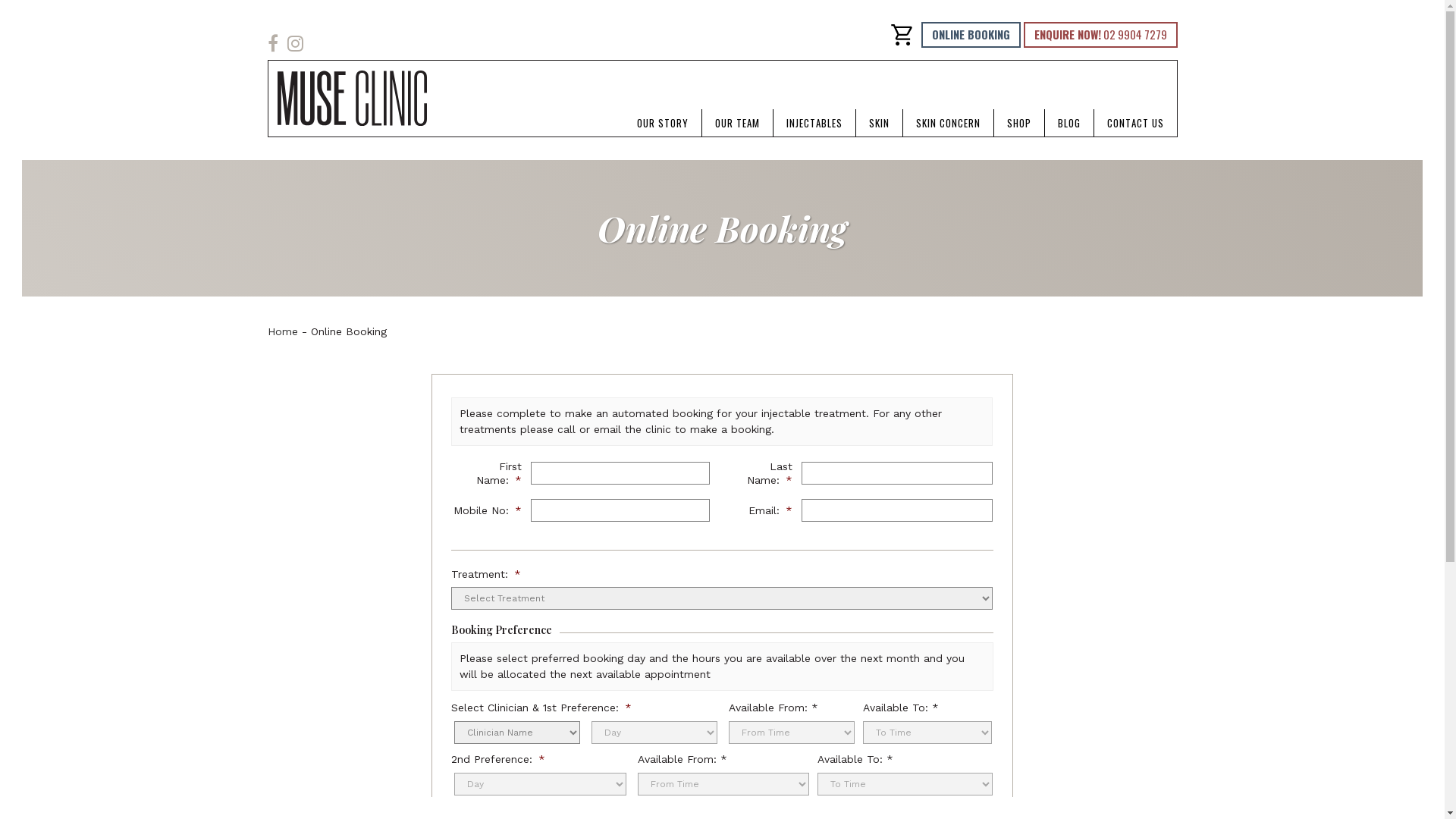 This screenshot has width=1456, height=819. I want to click on 'SHOP', so click(993, 122).